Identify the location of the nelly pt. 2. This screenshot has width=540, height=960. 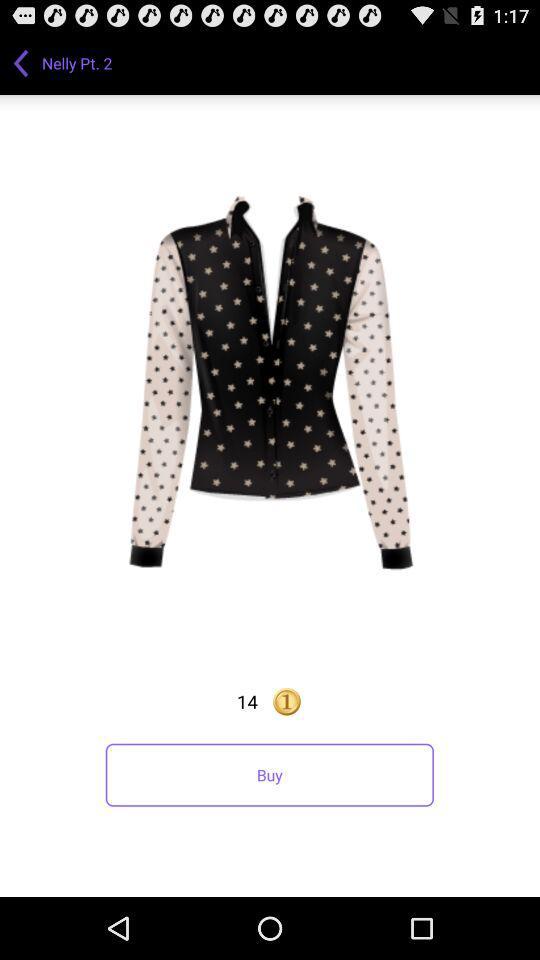
(78, 62).